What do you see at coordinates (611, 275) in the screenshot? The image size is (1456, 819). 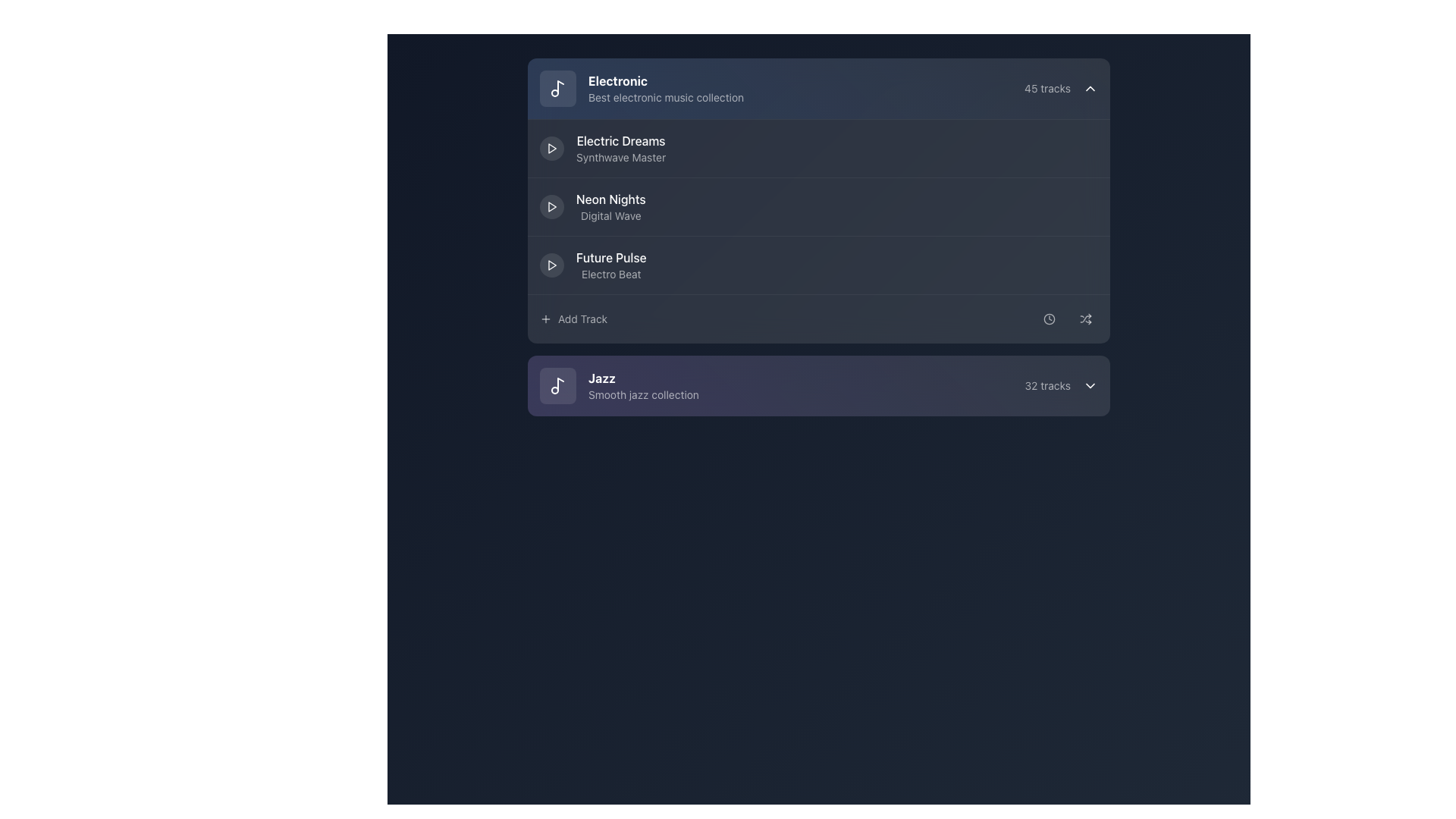 I see `the text label located directly beneath the 'Future Pulse' text in the third item of the list under the 'Electronic' category for accessibility purposes` at bounding box center [611, 275].